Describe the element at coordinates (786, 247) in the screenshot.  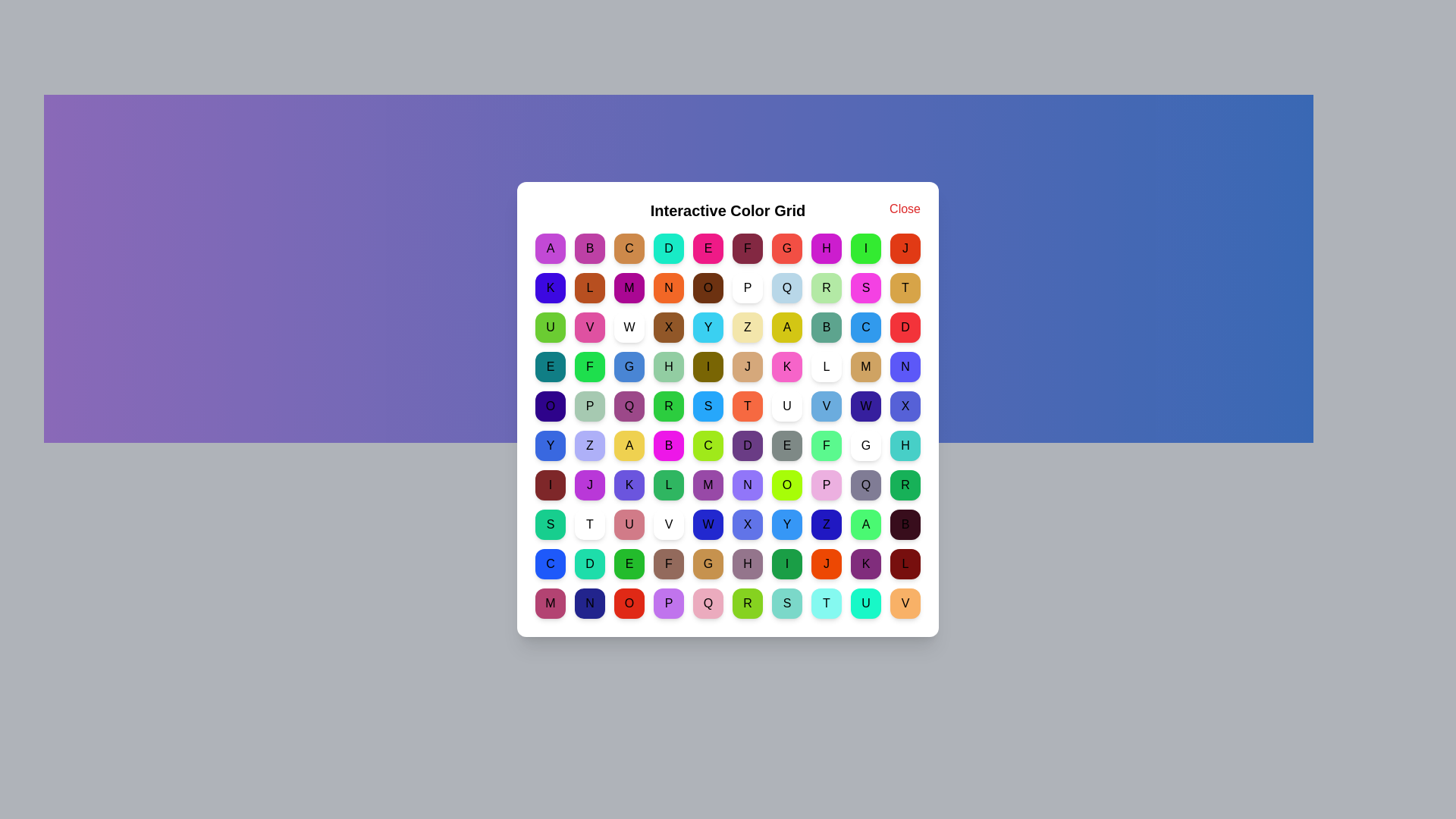
I see `the grid cell labeled G to view its color message` at that location.